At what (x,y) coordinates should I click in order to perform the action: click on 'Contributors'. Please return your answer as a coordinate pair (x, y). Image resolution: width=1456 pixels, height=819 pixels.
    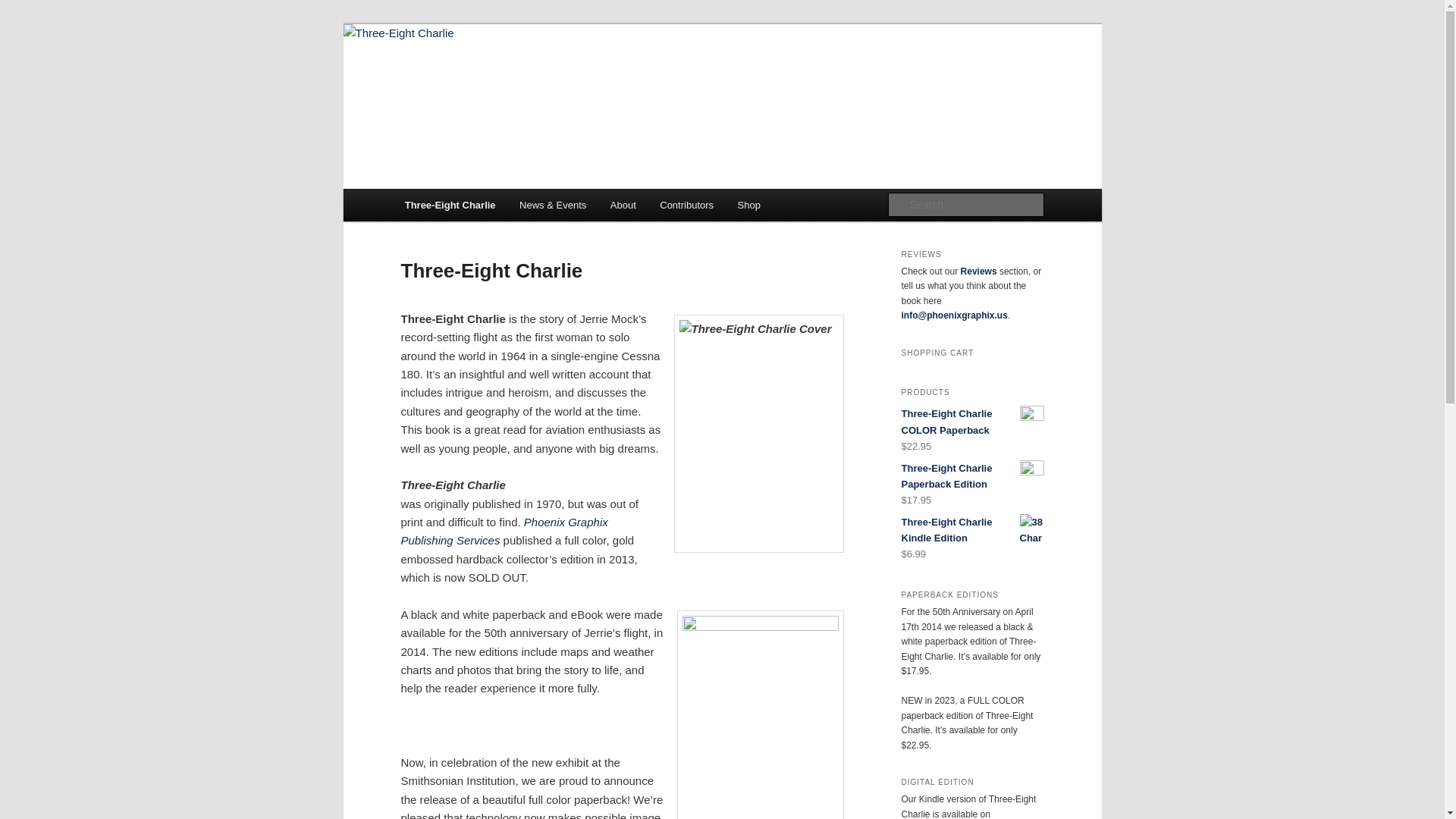
    Looking at the image, I should click on (686, 205).